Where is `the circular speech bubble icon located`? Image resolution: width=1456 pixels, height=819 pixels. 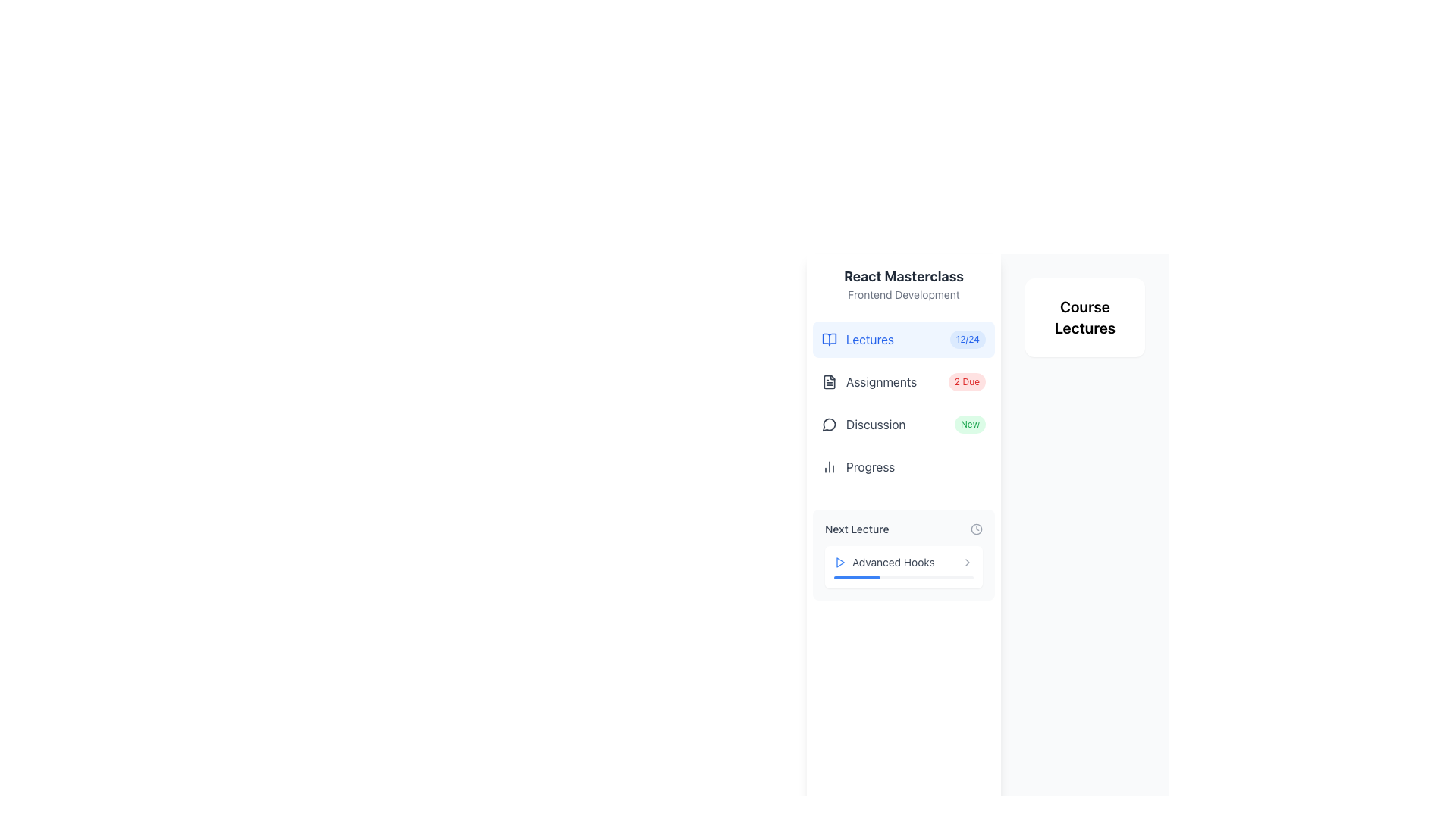 the circular speech bubble icon located is located at coordinates (828, 425).